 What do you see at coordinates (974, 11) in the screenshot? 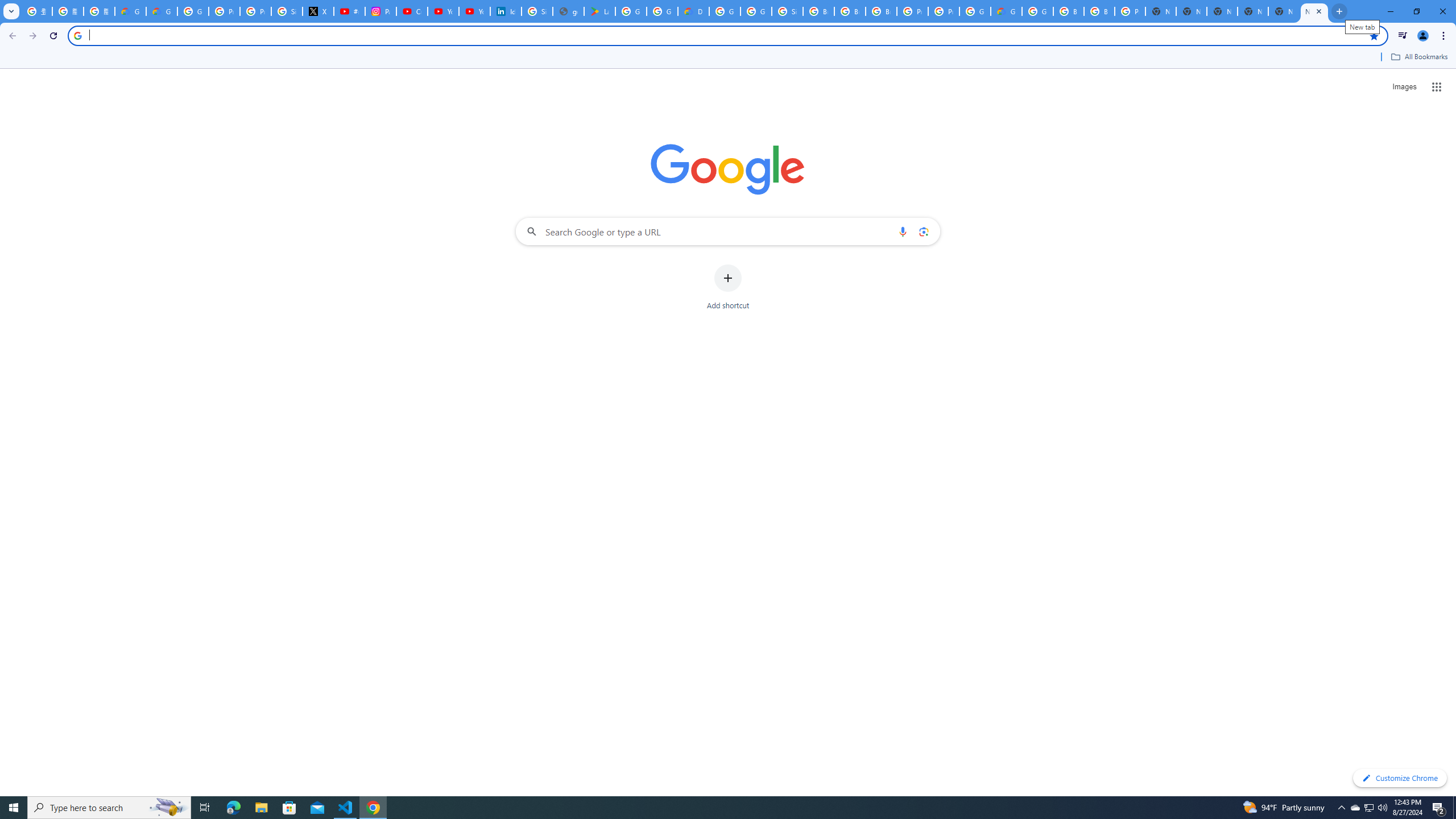
I see `'Google Cloud Platform'` at bounding box center [974, 11].